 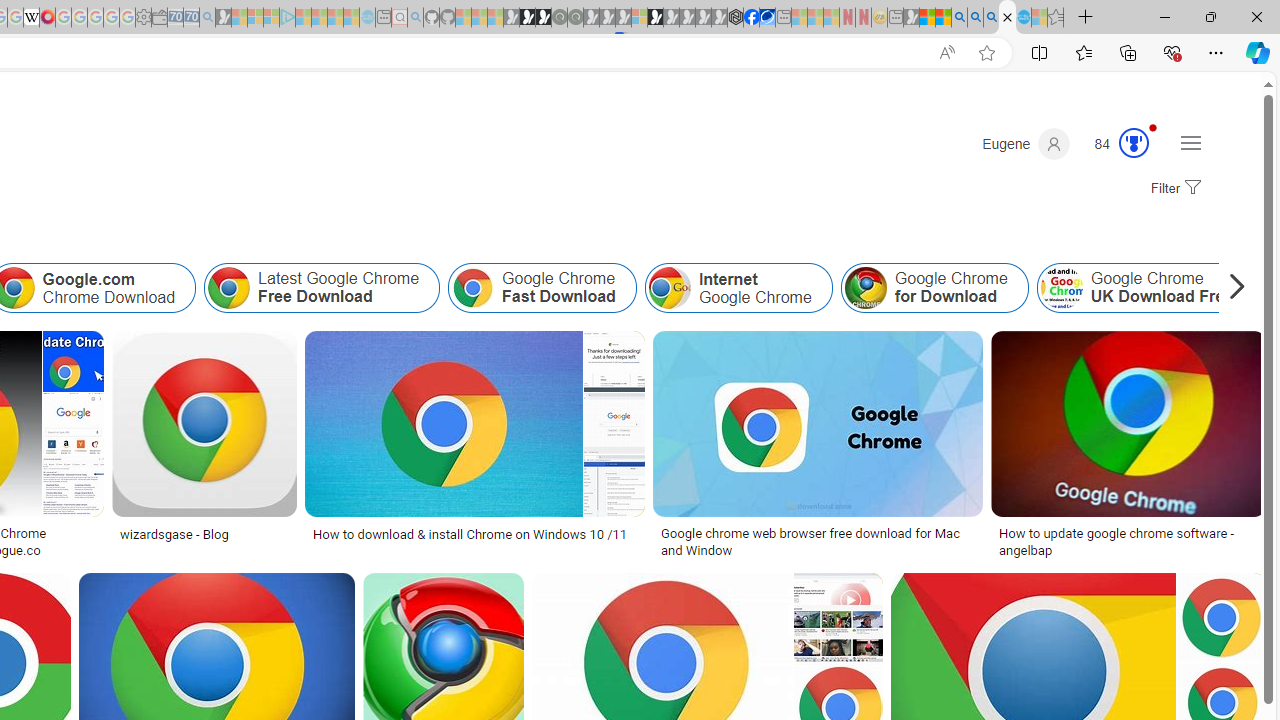 What do you see at coordinates (1134, 141) in the screenshot?
I see `'AutomationID: rh_meter'` at bounding box center [1134, 141].